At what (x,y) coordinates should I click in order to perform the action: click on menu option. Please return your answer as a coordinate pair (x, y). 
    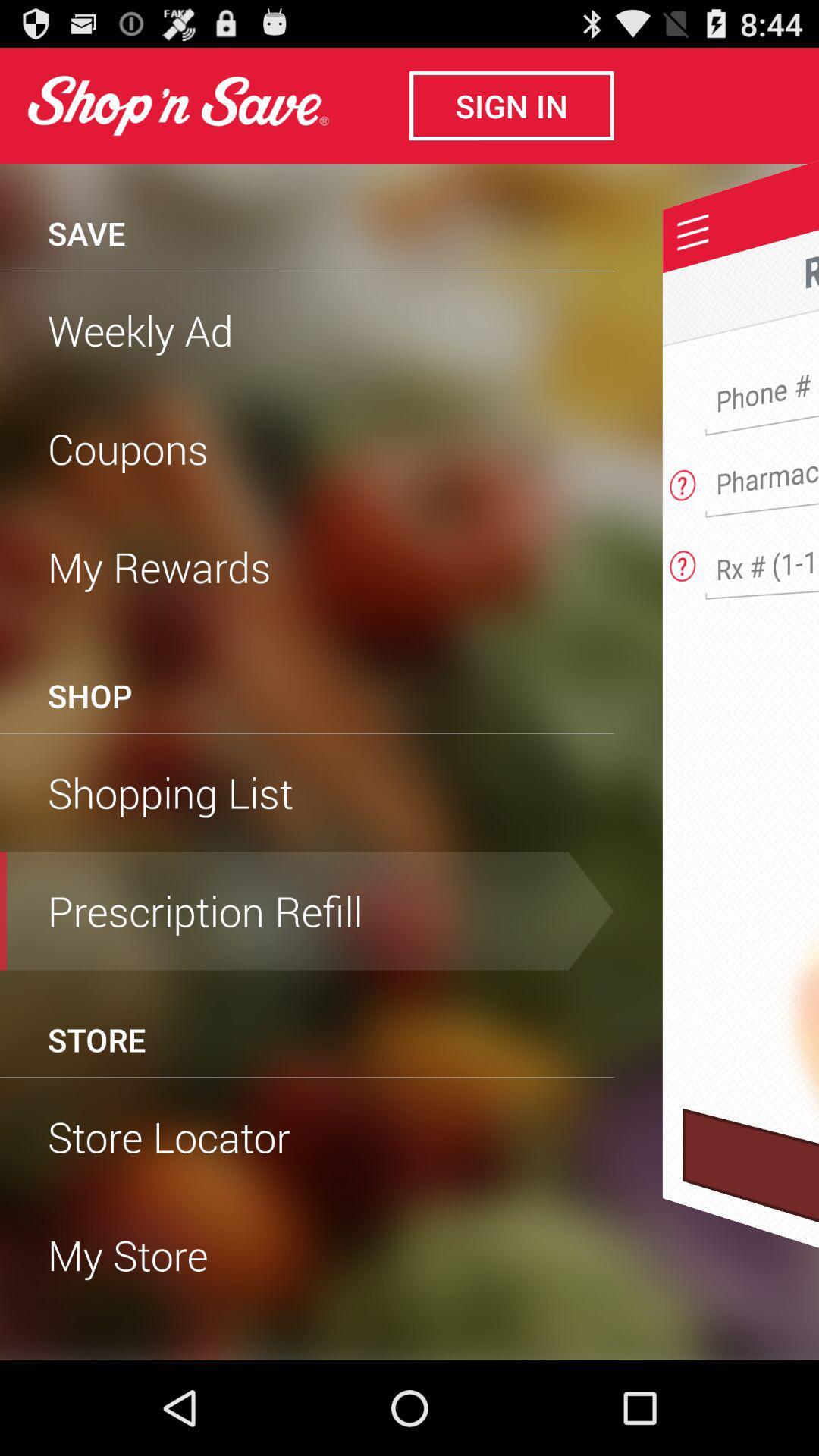
    Looking at the image, I should click on (693, 231).